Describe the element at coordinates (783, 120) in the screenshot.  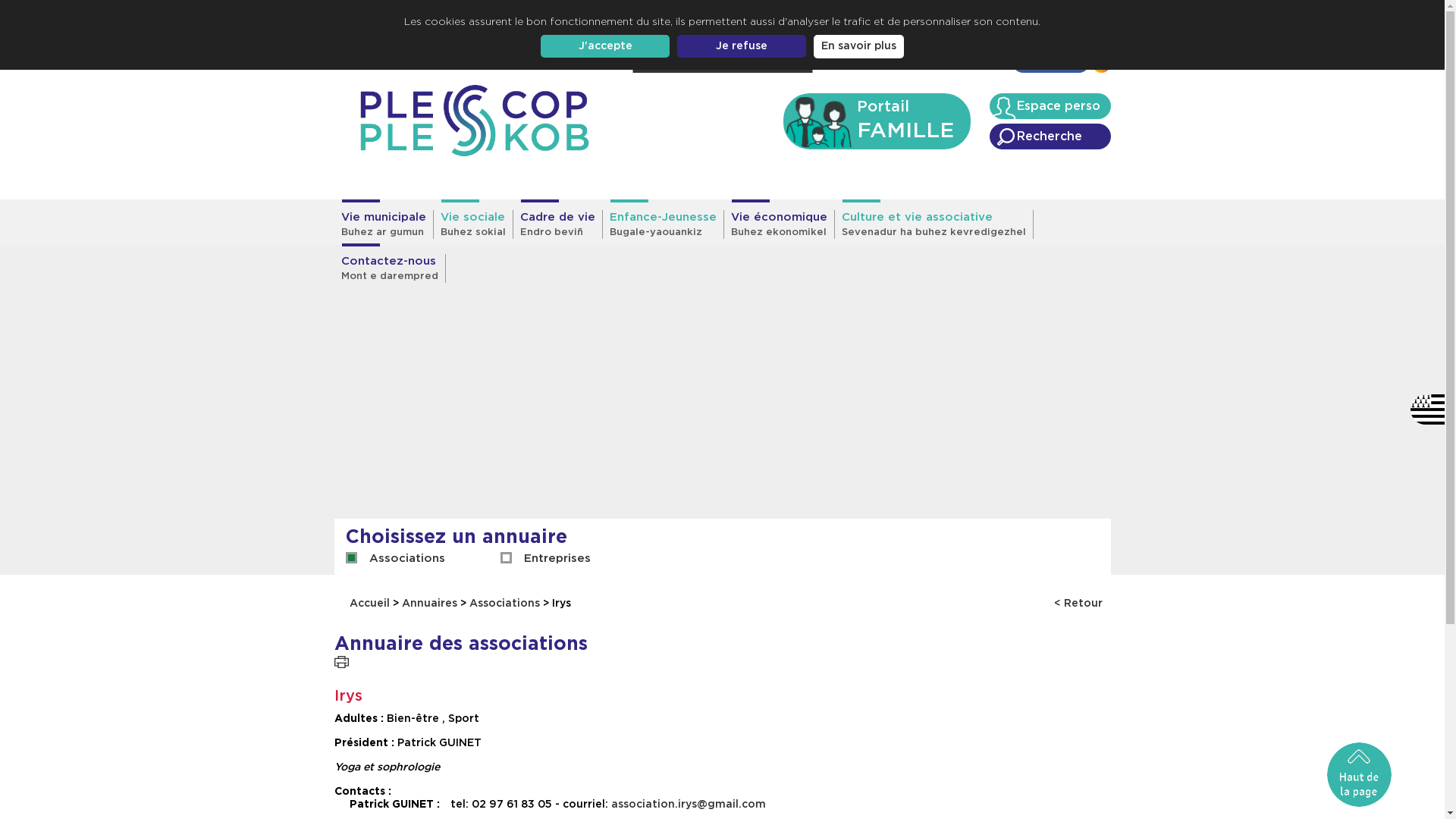
I see `'Portail` at that location.